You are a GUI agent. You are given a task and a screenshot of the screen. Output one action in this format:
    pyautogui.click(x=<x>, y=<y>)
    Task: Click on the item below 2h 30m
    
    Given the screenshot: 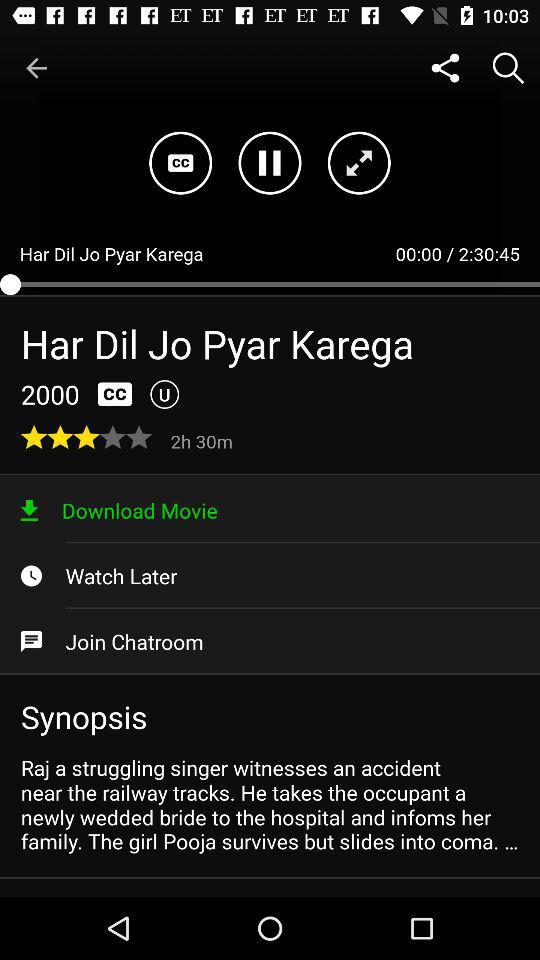 What is the action you would take?
    pyautogui.click(x=270, y=509)
    